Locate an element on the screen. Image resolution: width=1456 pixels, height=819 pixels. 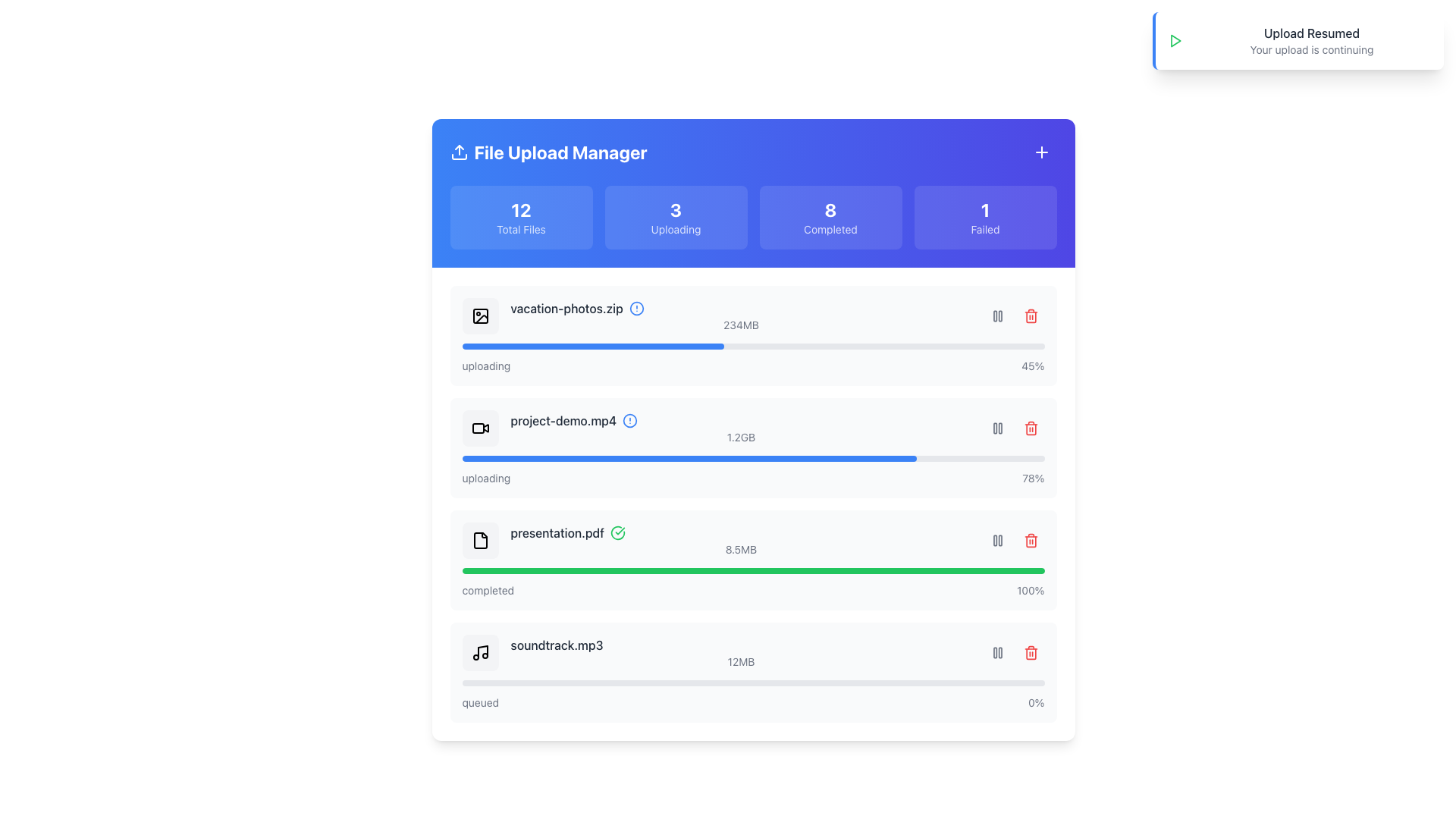
the 'Completed' text label, which is a small font size, semi-transparent grayish color, located within a card-like section displaying '8 Completed' is located at coordinates (830, 230).